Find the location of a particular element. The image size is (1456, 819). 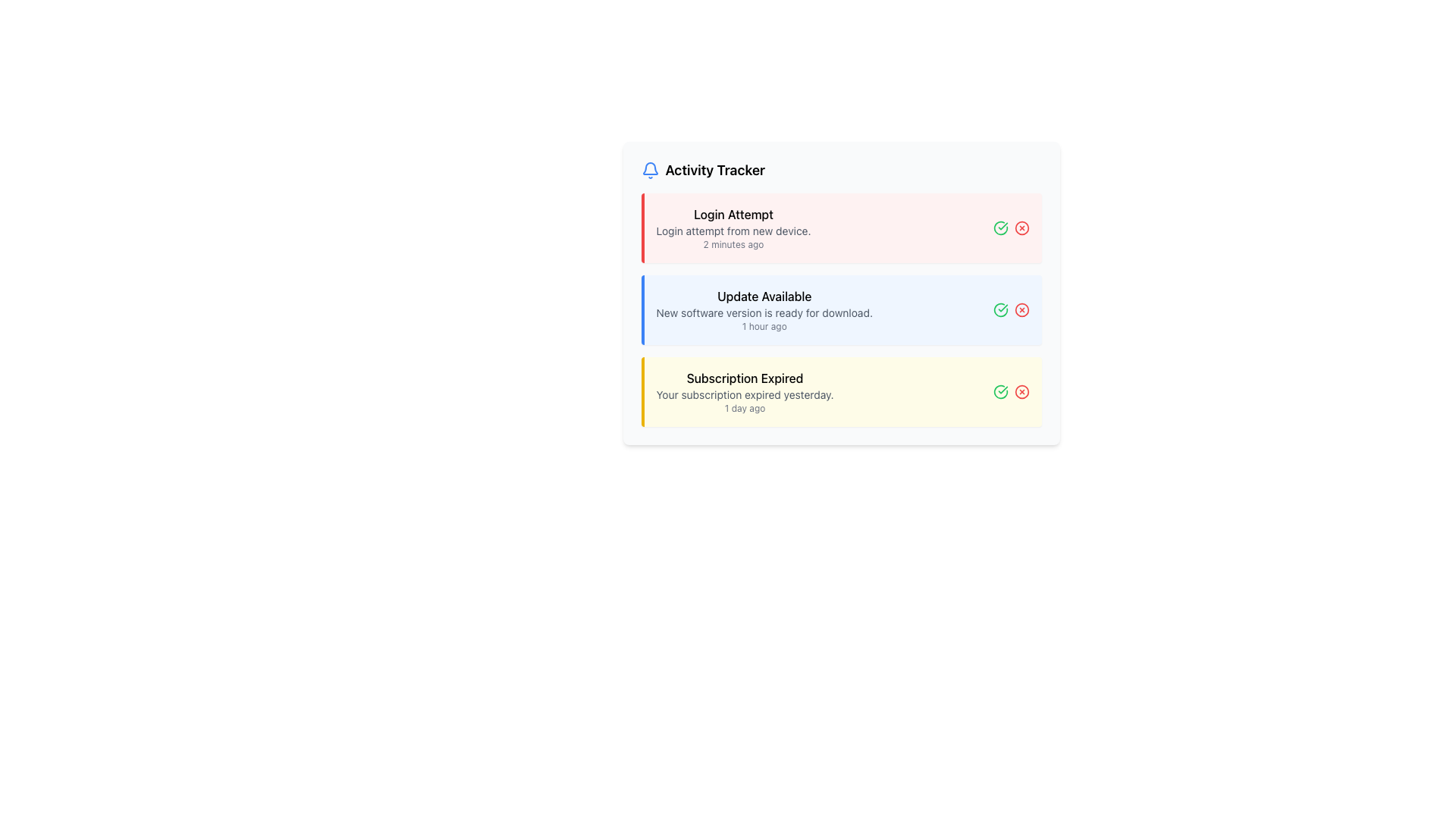

the blue bell icon that serves as a notification symbol is located at coordinates (650, 170).